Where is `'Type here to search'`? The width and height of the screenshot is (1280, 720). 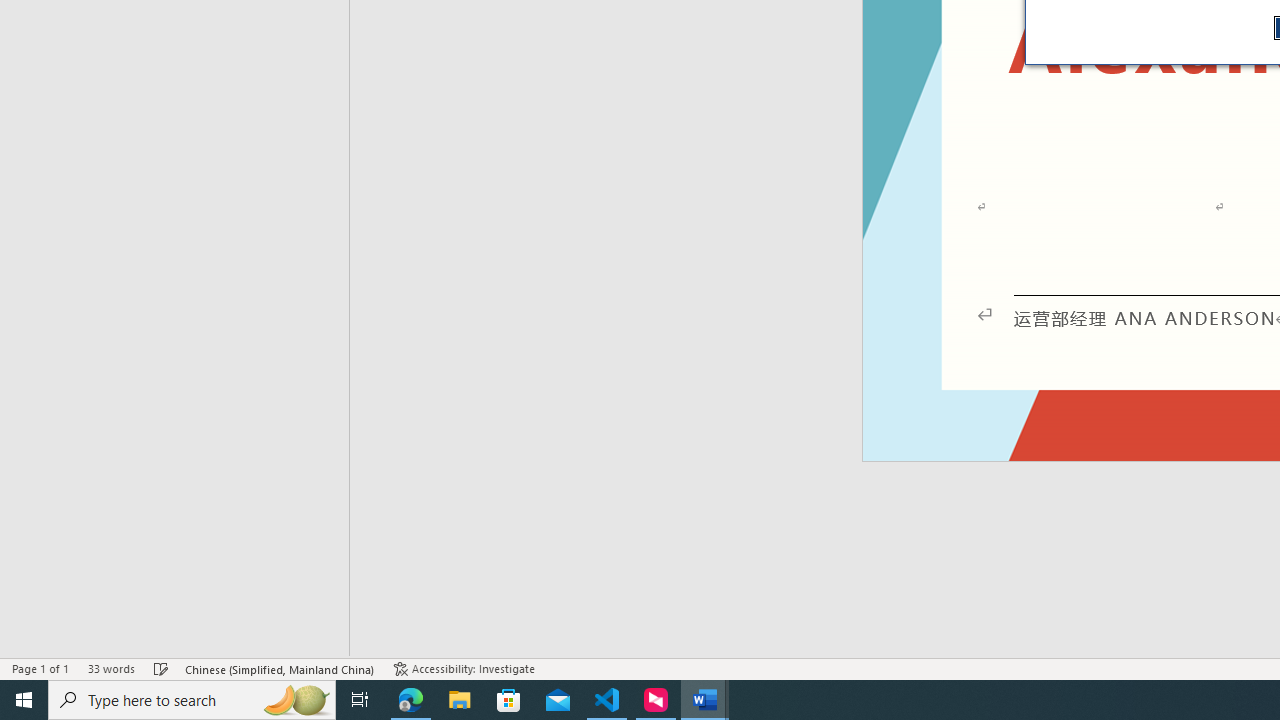
'Type here to search' is located at coordinates (192, 698).